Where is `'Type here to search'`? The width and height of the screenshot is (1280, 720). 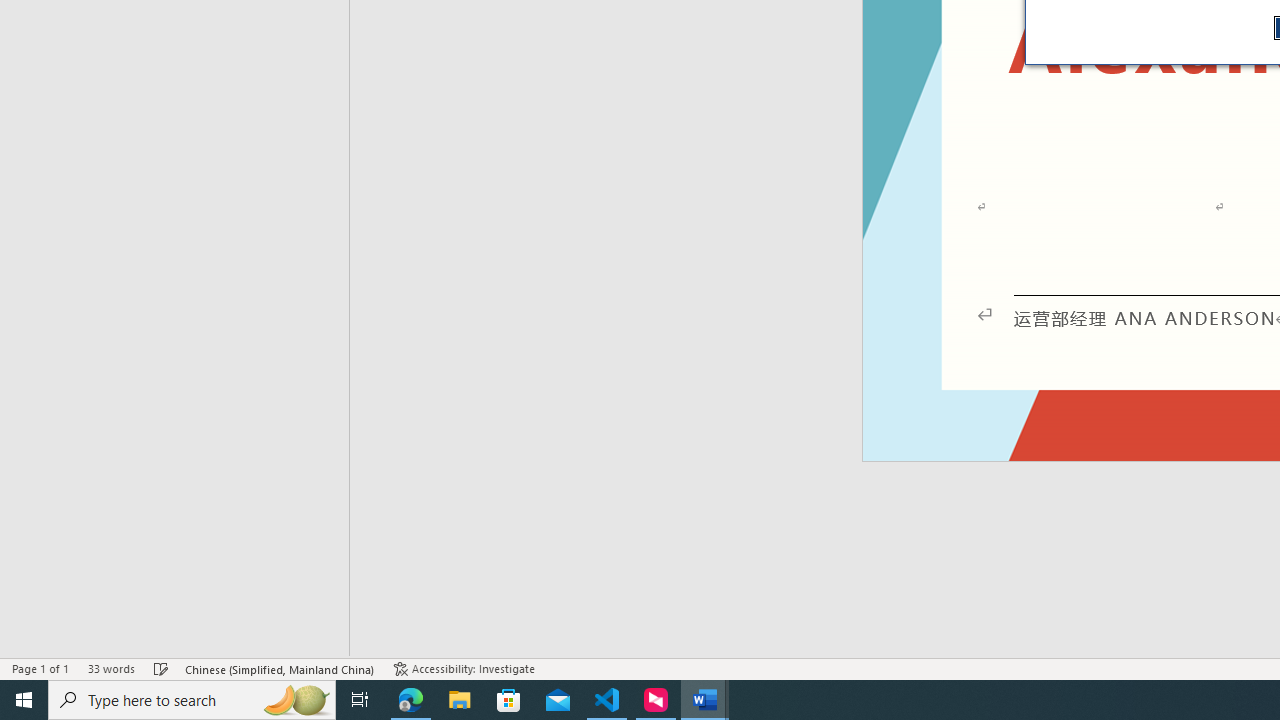
'Type here to search' is located at coordinates (192, 698).